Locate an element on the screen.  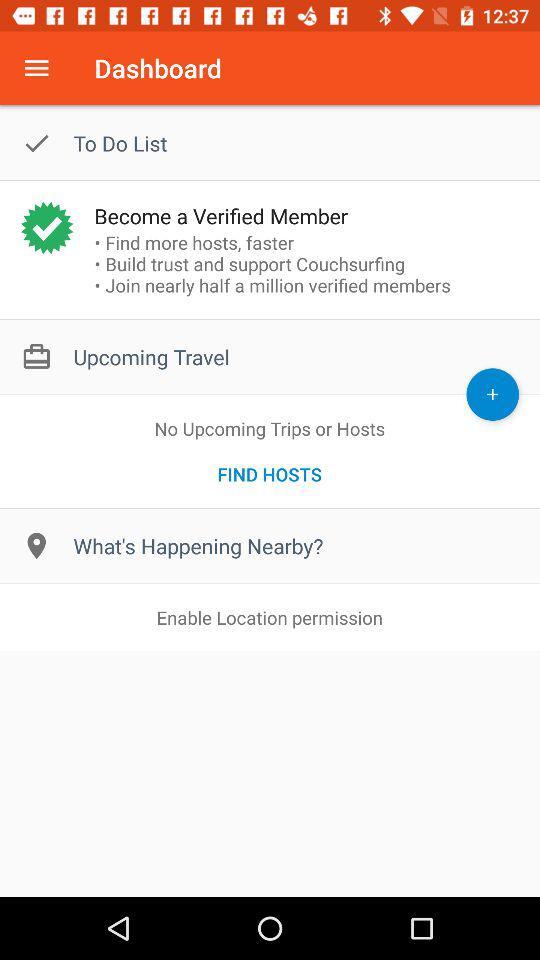
icon on the right is located at coordinates (491, 393).